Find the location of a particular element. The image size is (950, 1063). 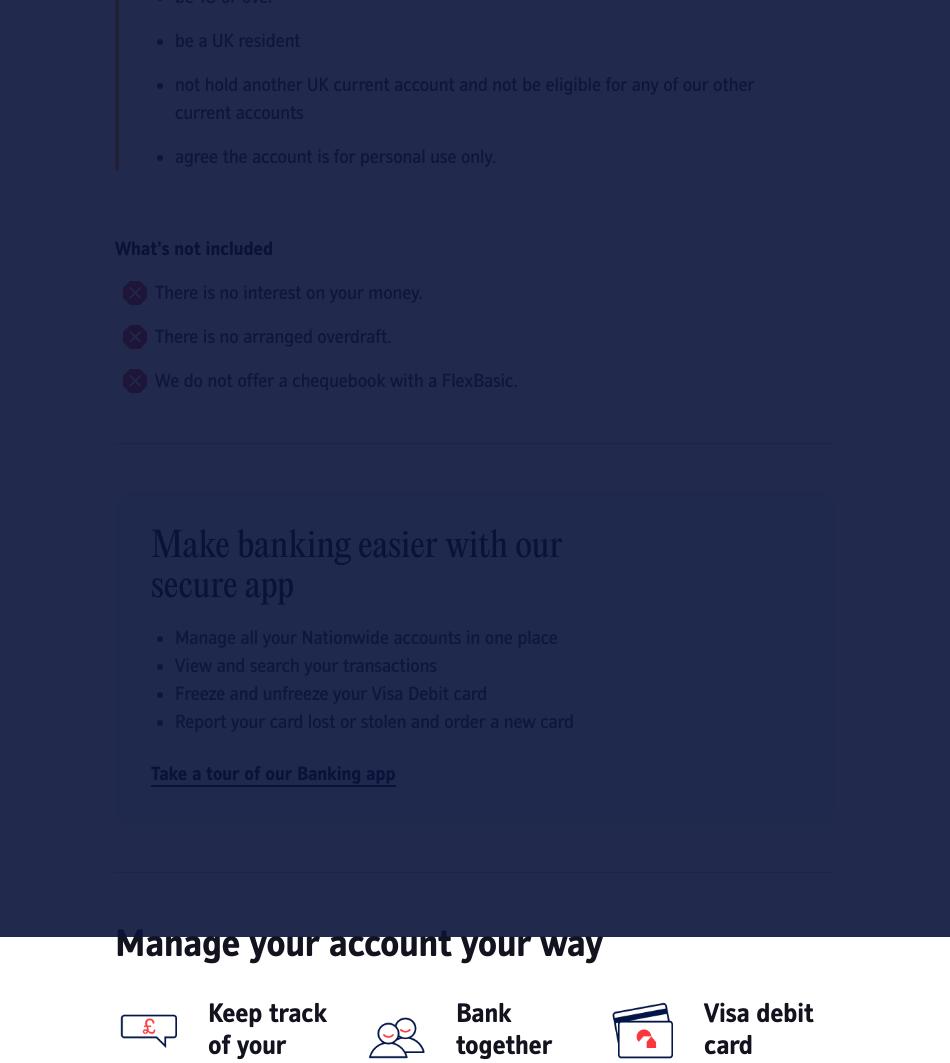

'Visa debit card' is located at coordinates (757, 1027).